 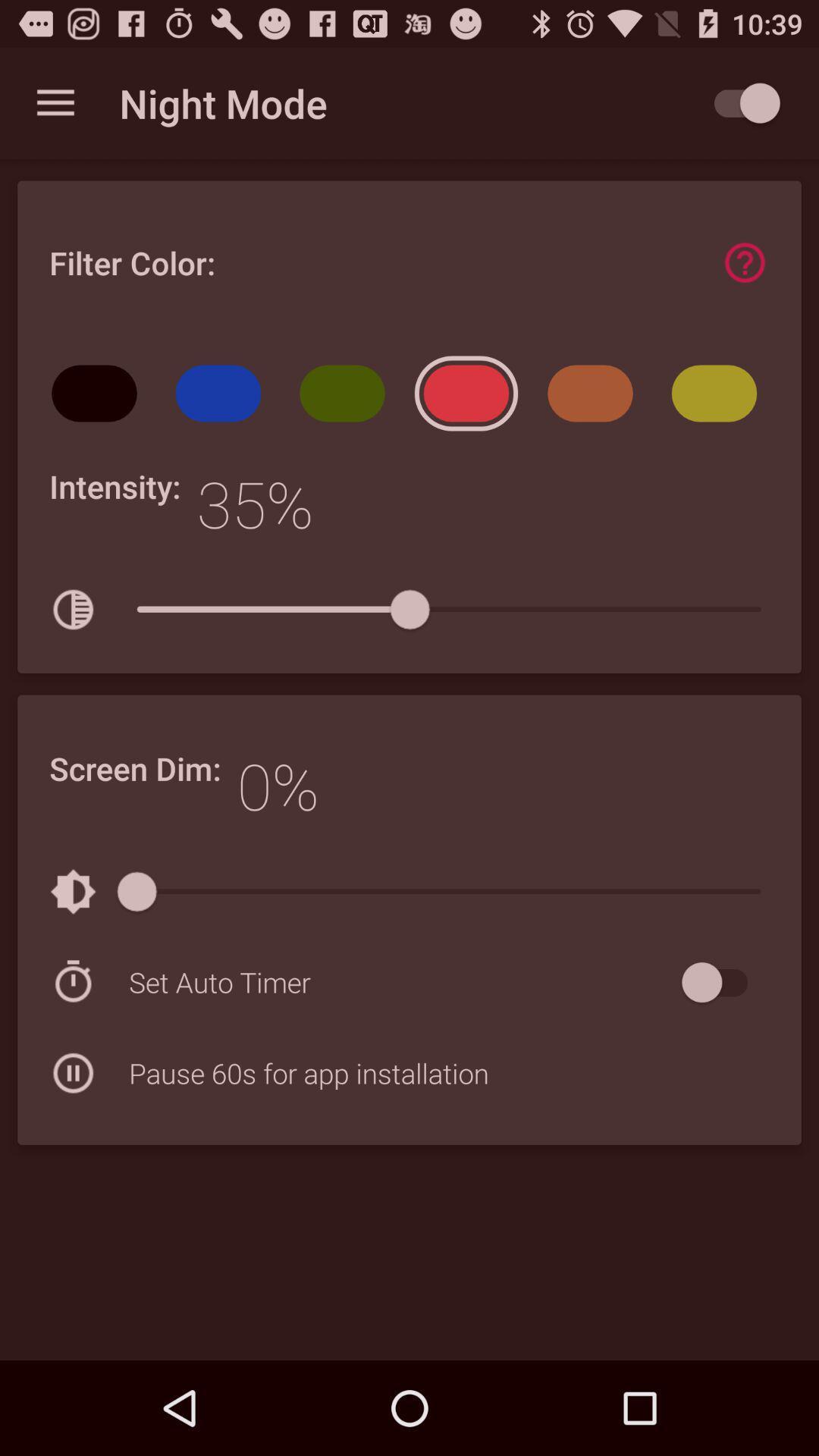 I want to click on find more information, so click(x=744, y=262).